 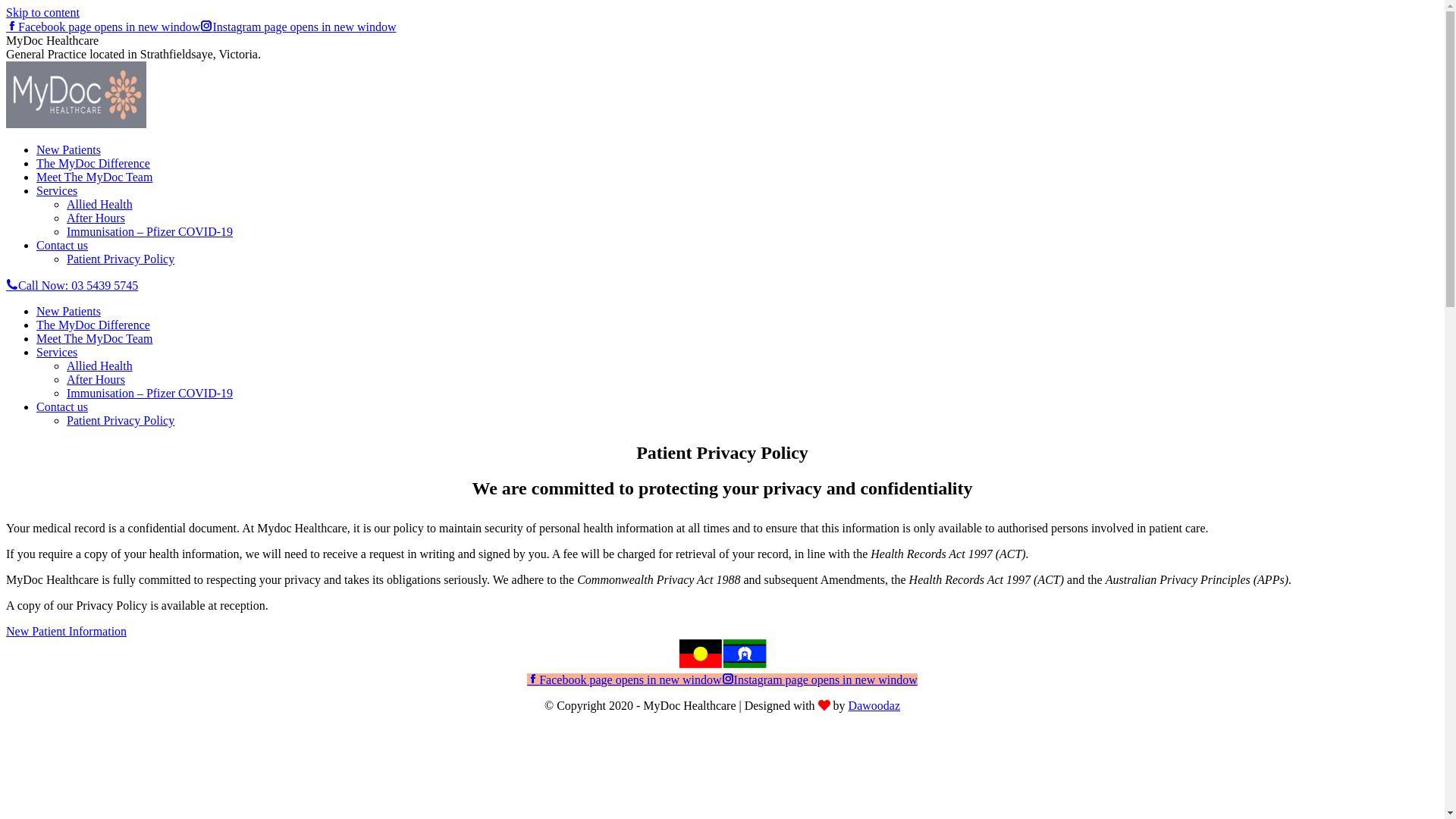 I want to click on 'Facebook page opens in new window', so click(x=102, y=27).